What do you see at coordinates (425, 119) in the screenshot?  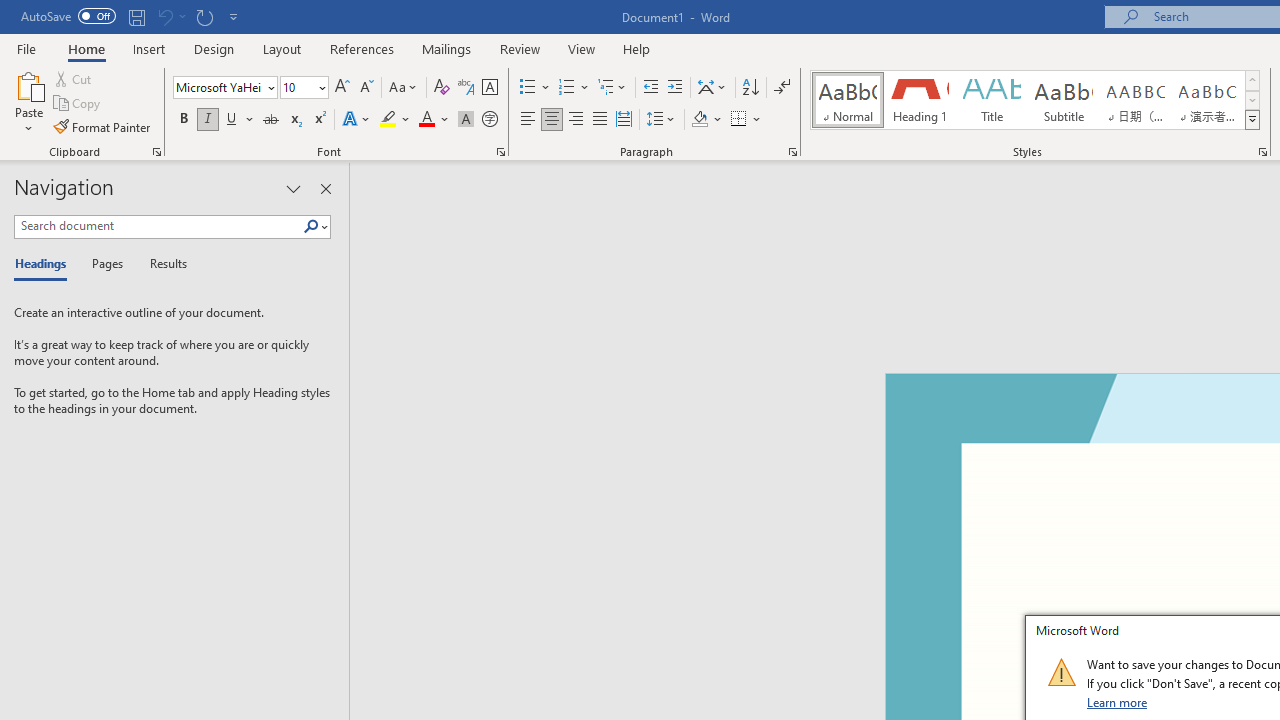 I see `'Font Color Red'` at bounding box center [425, 119].